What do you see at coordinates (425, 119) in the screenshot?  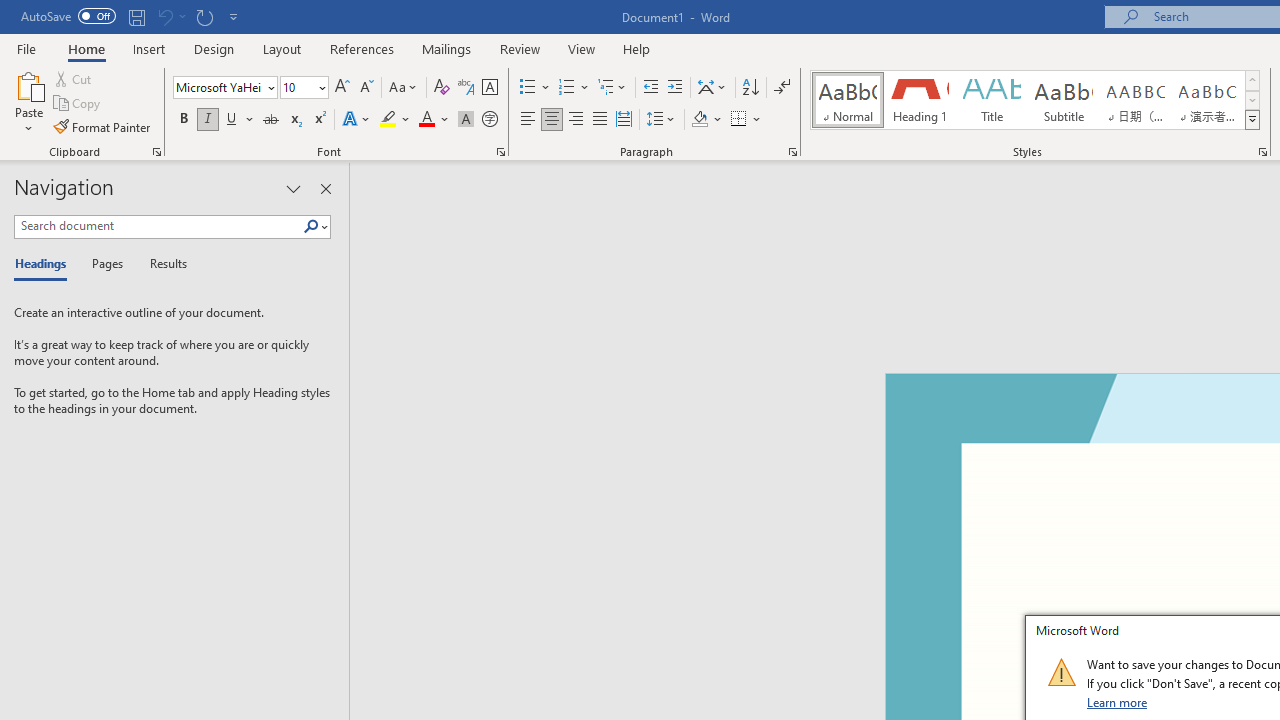 I see `'Font Color Red'` at bounding box center [425, 119].